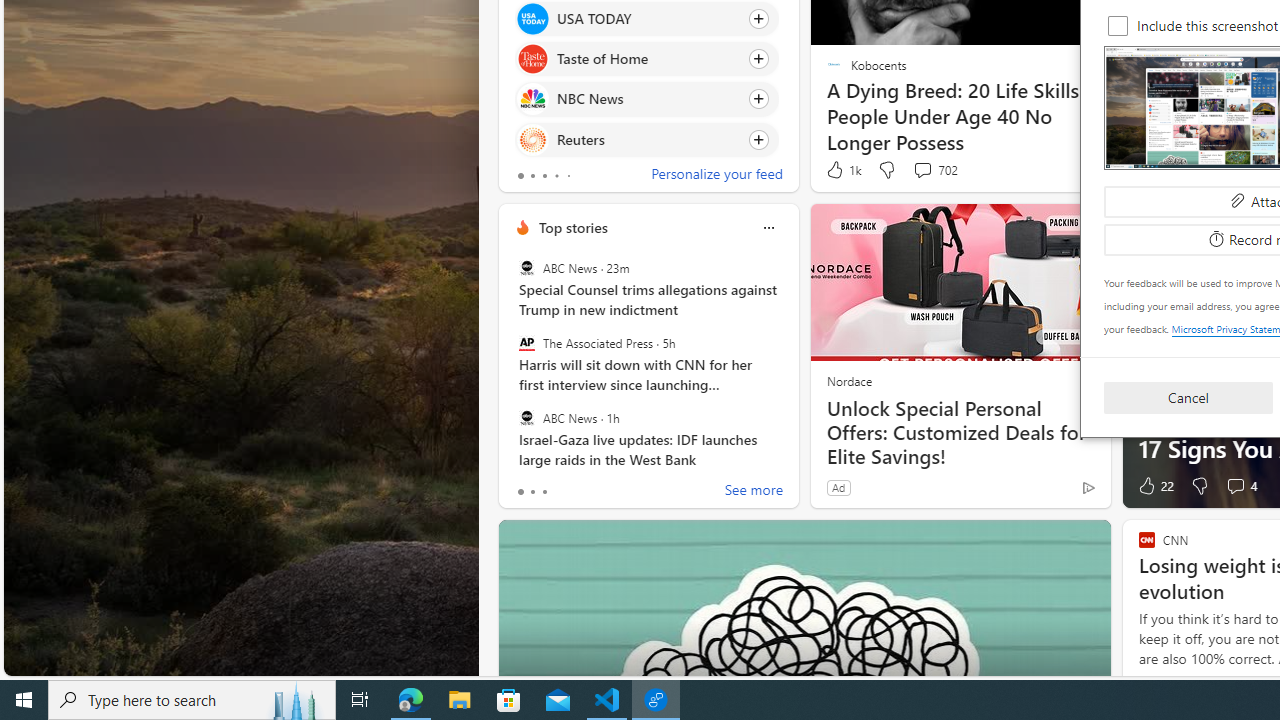  What do you see at coordinates (24, 698) in the screenshot?
I see `'Start'` at bounding box center [24, 698].